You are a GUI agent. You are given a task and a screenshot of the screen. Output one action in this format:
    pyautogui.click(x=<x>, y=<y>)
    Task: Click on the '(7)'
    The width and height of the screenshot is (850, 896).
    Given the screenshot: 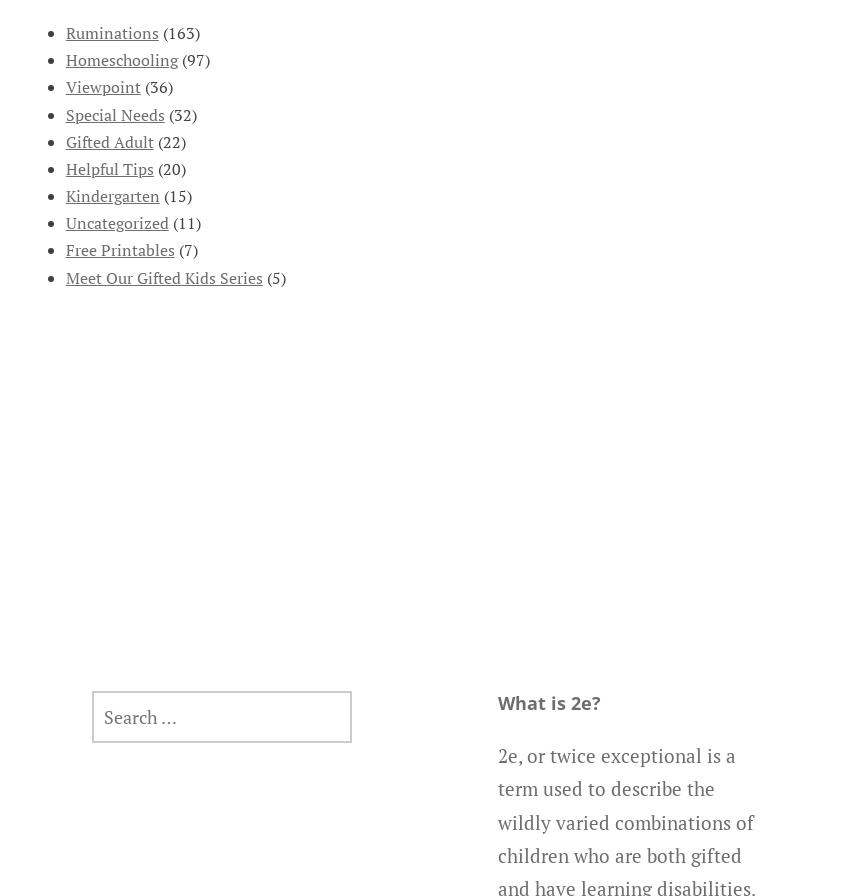 What is the action you would take?
    pyautogui.click(x=172, y=249)
    